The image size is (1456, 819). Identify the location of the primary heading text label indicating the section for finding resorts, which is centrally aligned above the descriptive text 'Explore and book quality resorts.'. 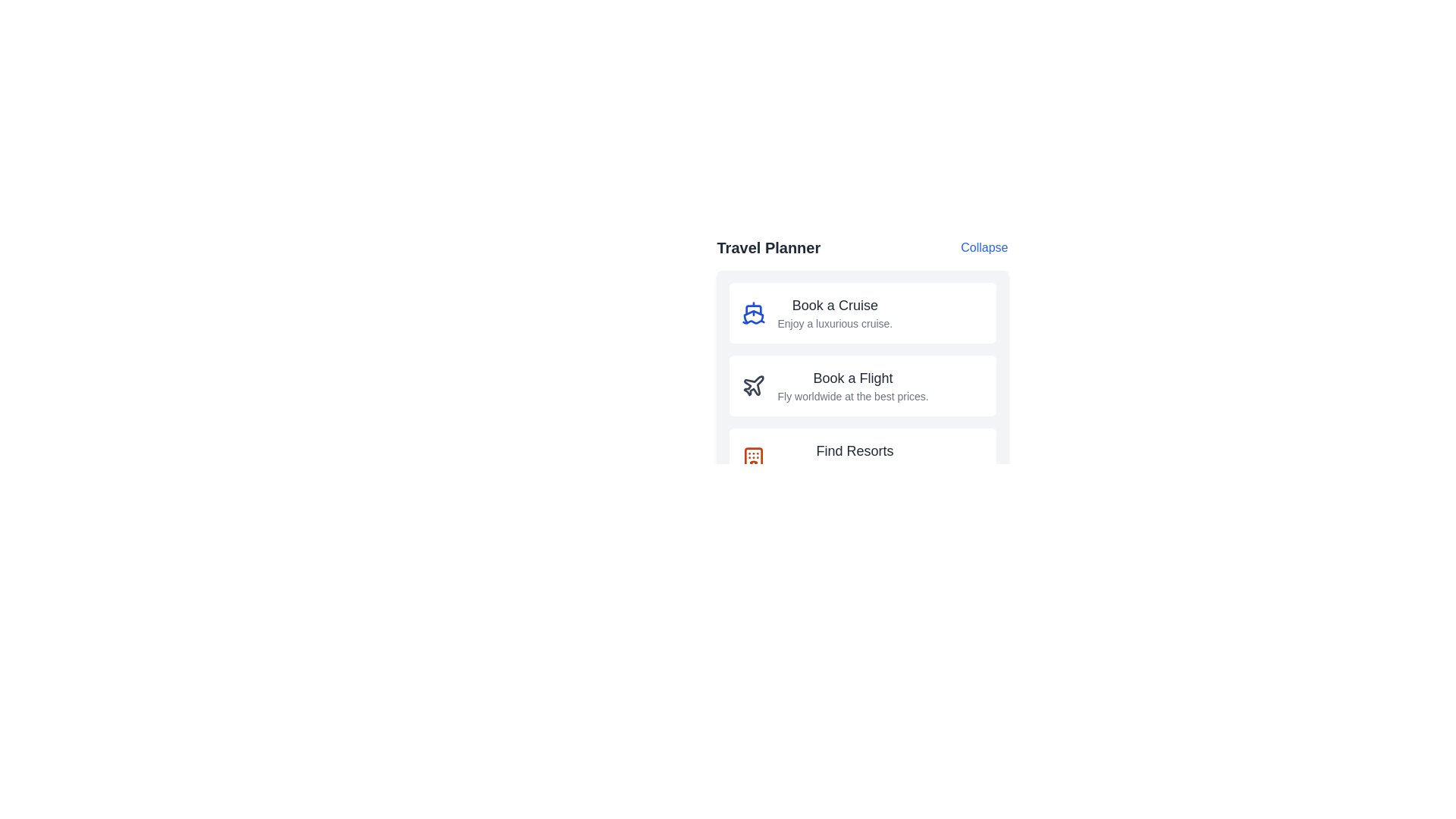
(855, 450).